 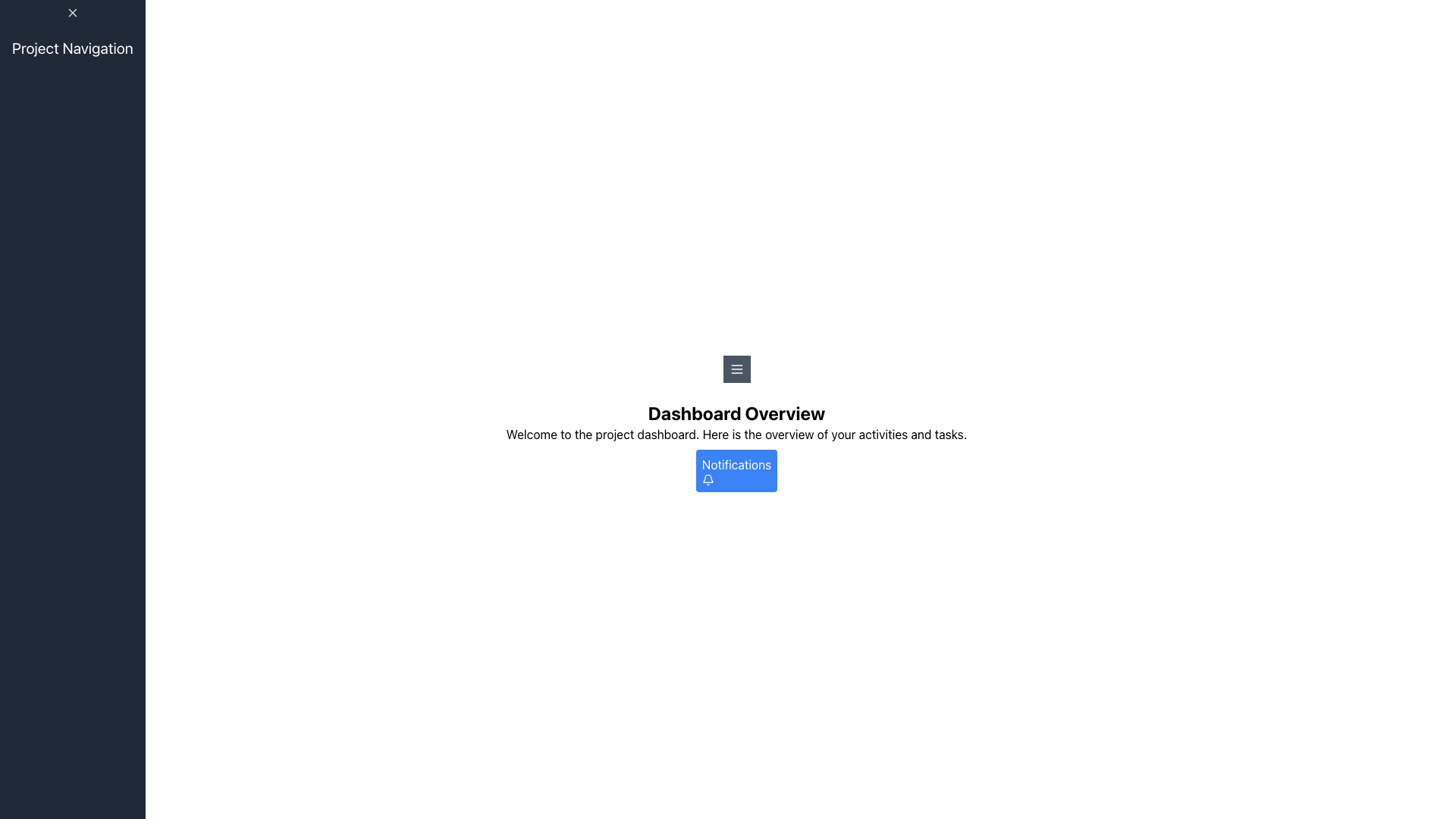 What do you see at coordinates (736, 369) in the screenshot?
I see `the square button with a dark gray background and white horizontal lines icon, styled as a hamburger menu` at bounding box center [736, 369].